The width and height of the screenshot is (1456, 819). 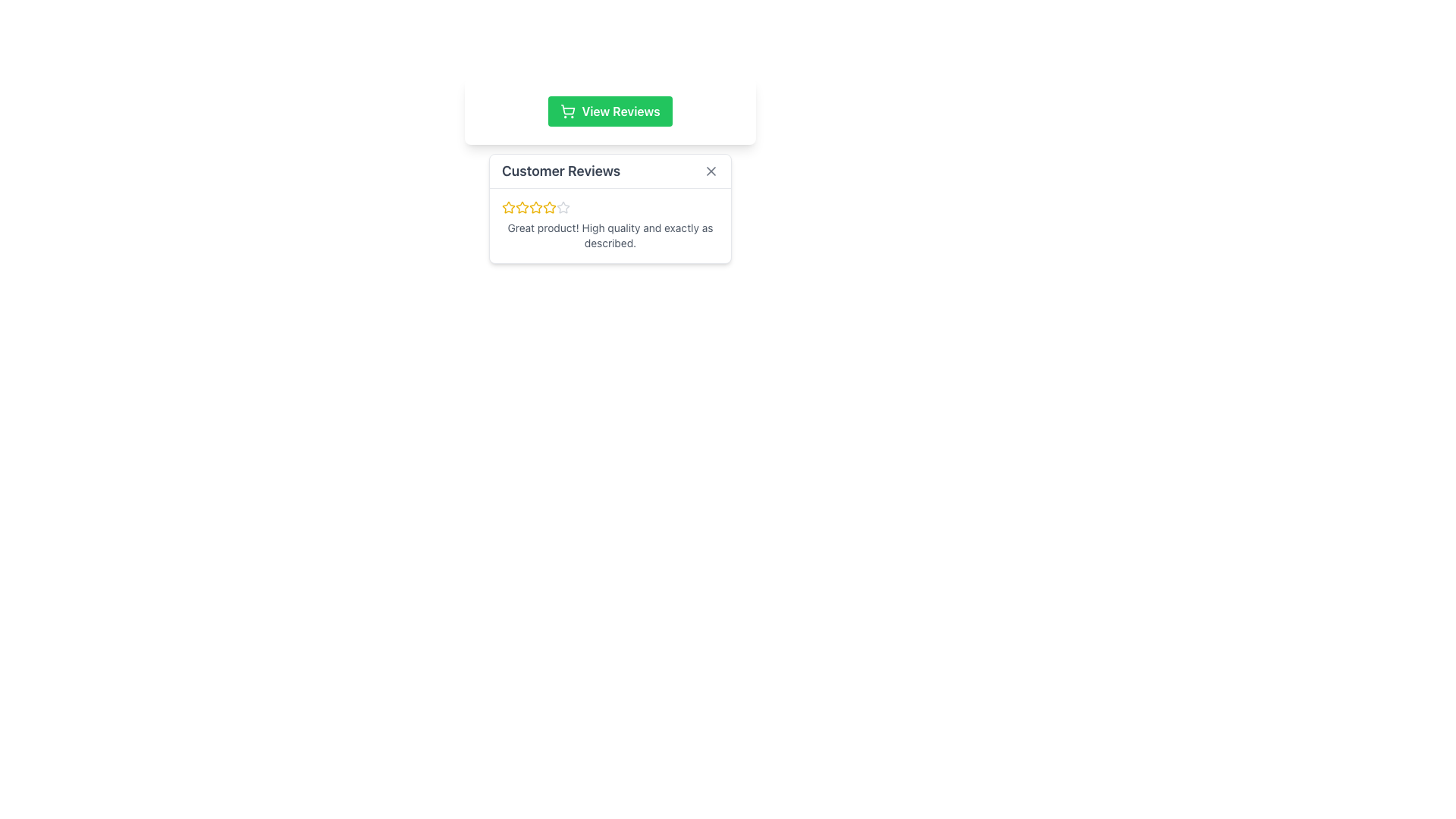 I want to click on the third star icon with a yellow outline and a hollow center in the 'Customer Reviews' section to rate it, so click(x=522, y=207).